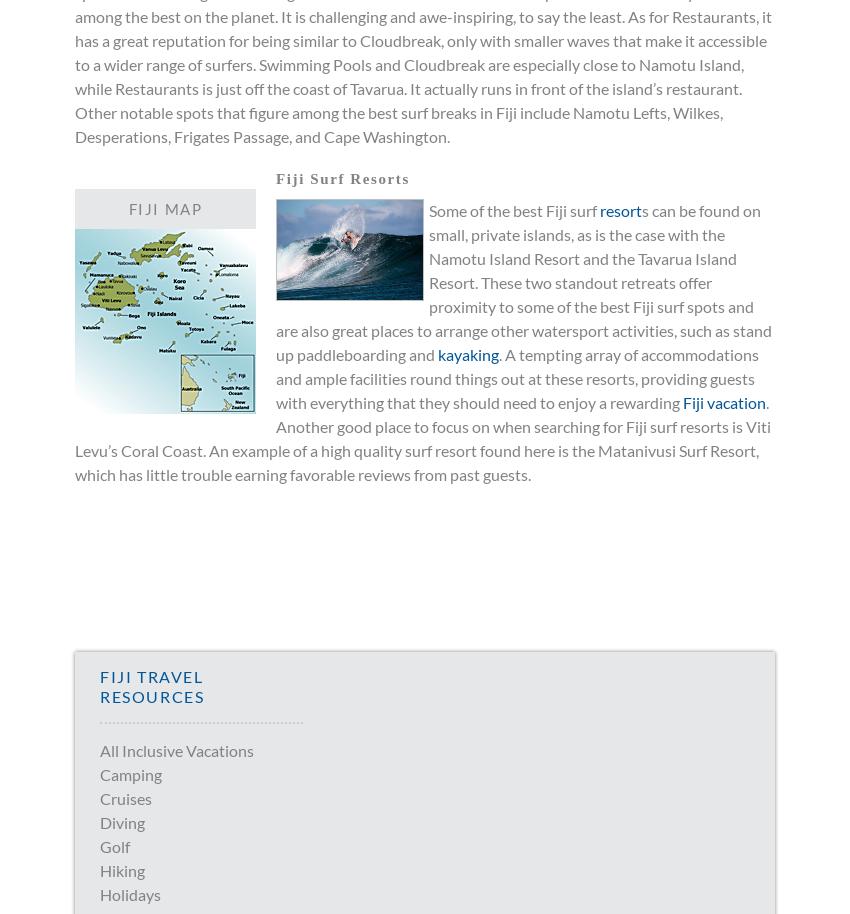  What do you see at coordinates (128, 209) in the screenshot?
I see `'Fiji Map'` at bounding box center [128, 209].